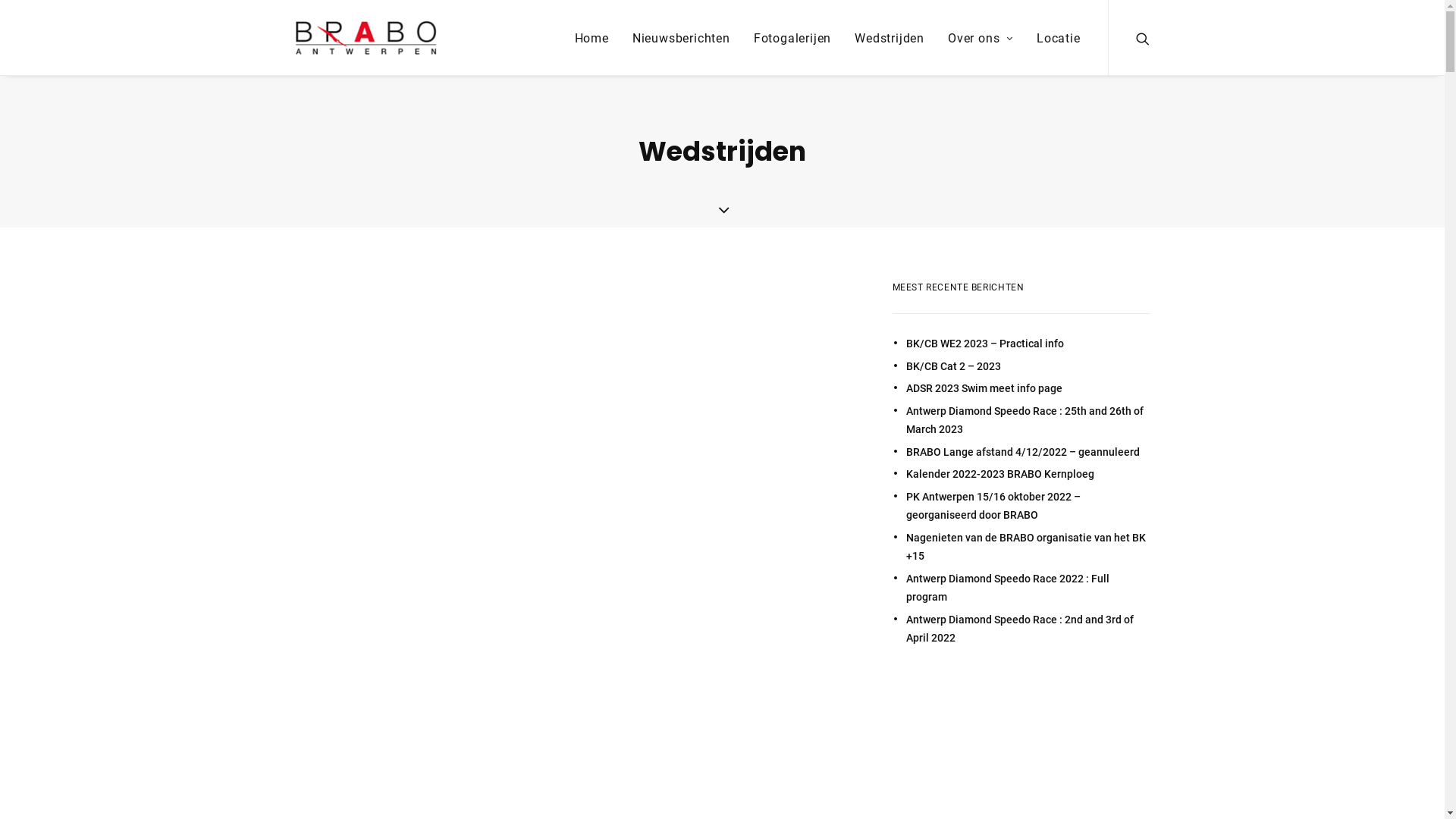  I want to click on 'Nagenieten van de BRABO organisatie van het BK +15', so click(1027, 547).